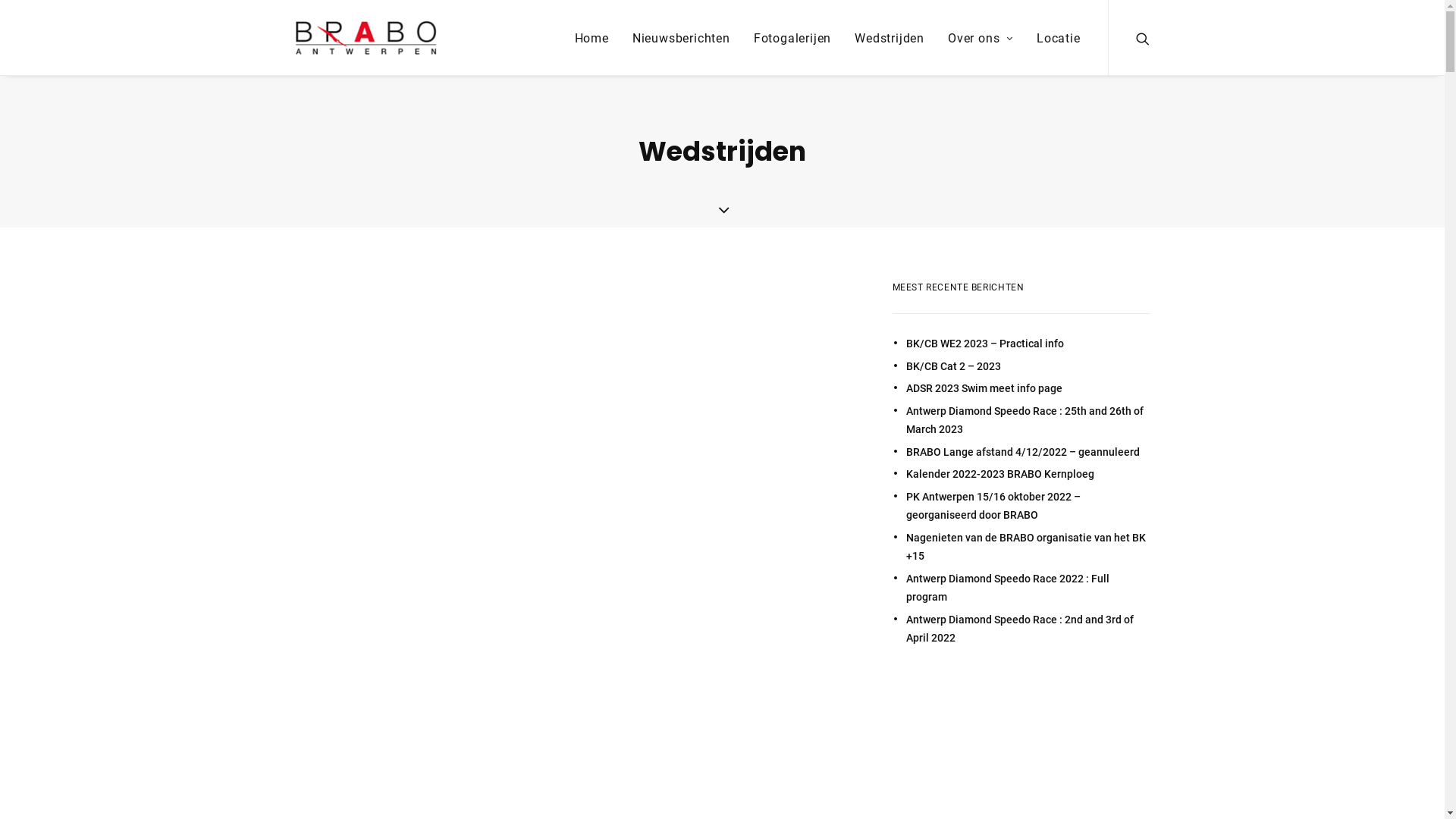  I want to click on 'Nagenieten van de BRABO organisatie van het BK +15', so click(1027, 547).